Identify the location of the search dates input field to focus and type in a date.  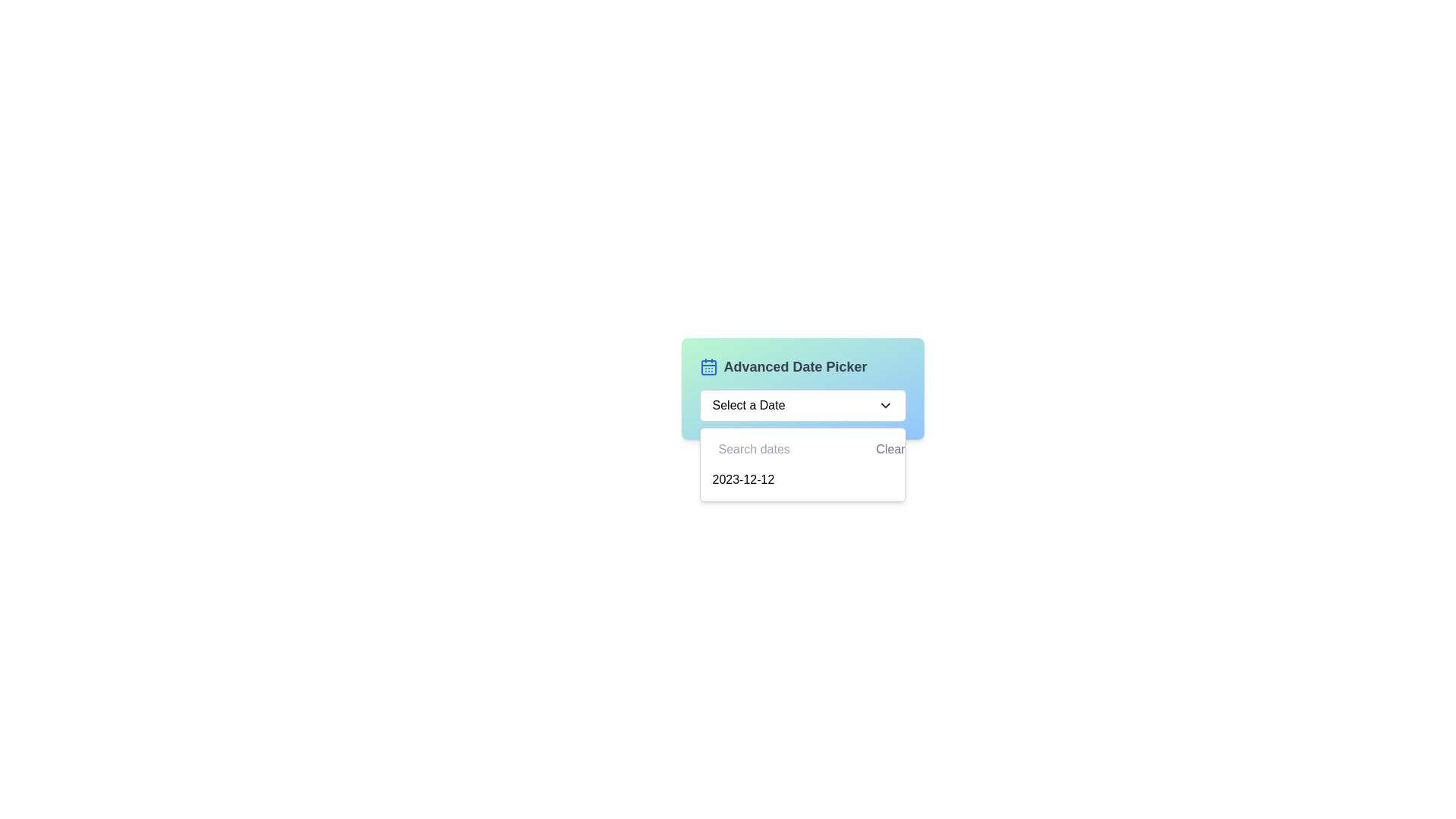
(793, 449).